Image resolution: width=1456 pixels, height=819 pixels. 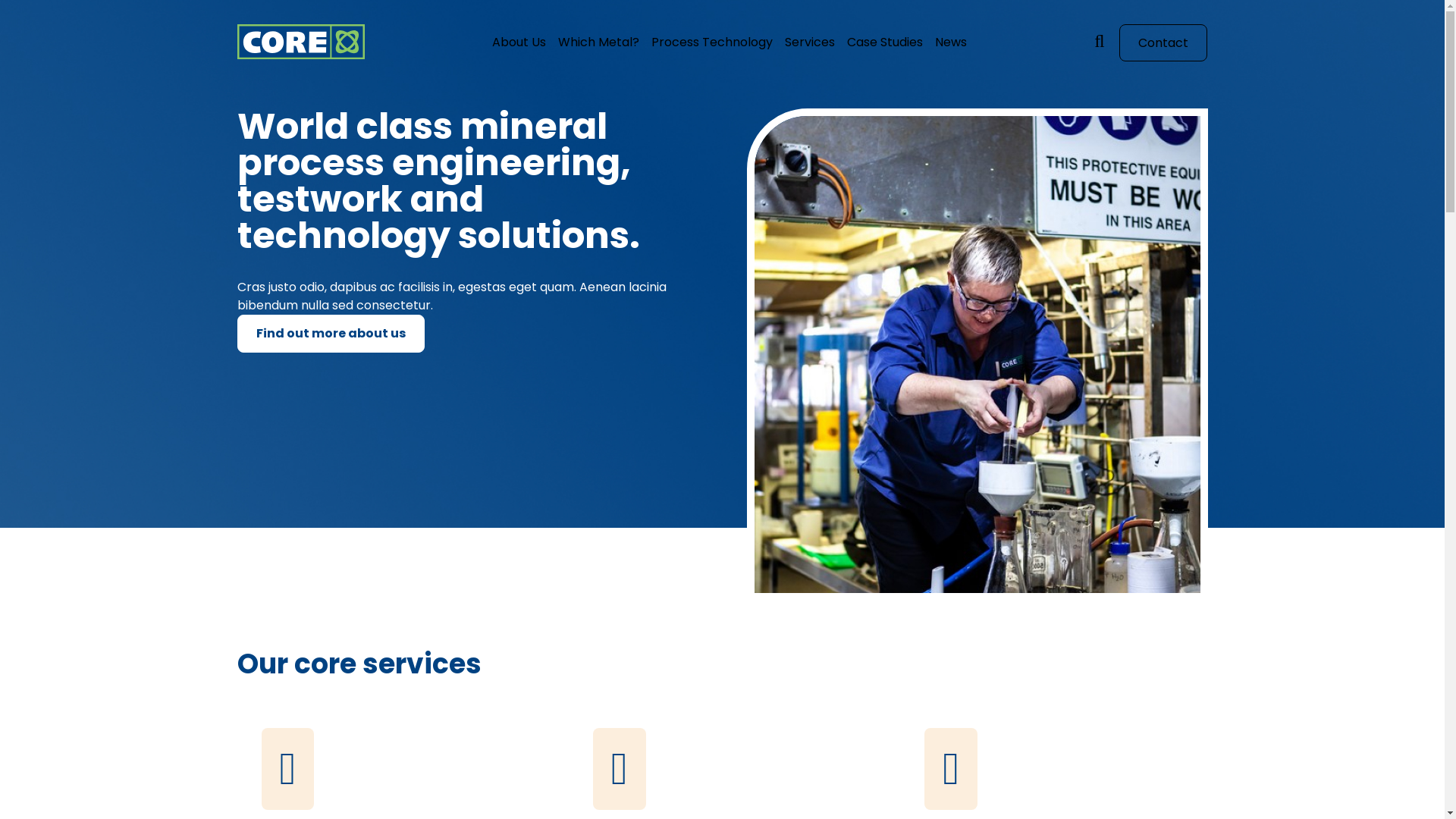 I want to click on 'About Us', so click(x=491, y=41).